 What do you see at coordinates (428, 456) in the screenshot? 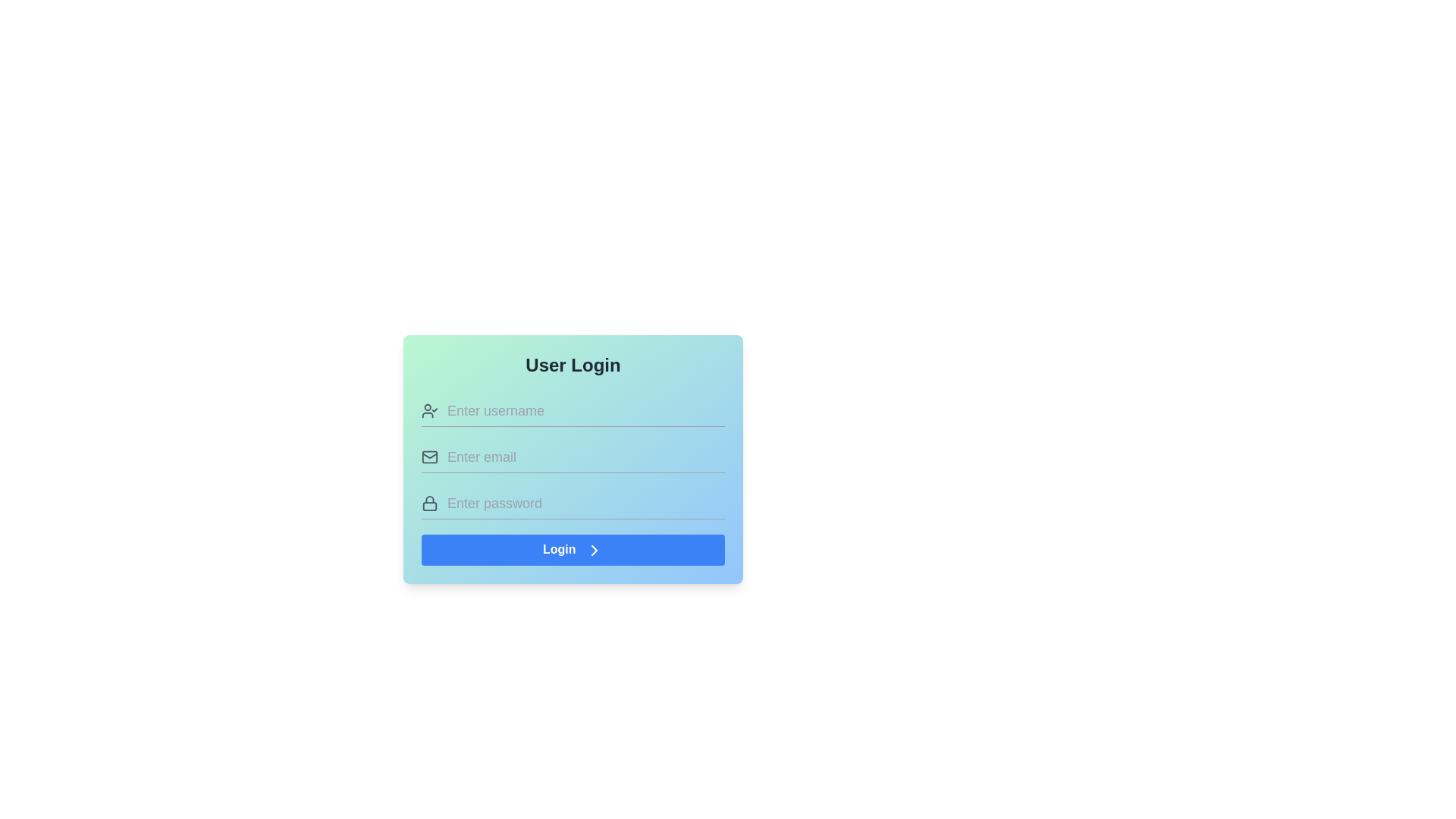
I see `the email input icon located to the left of the 'Enter email' text input field in the login form` at bounding box center [428, 456].